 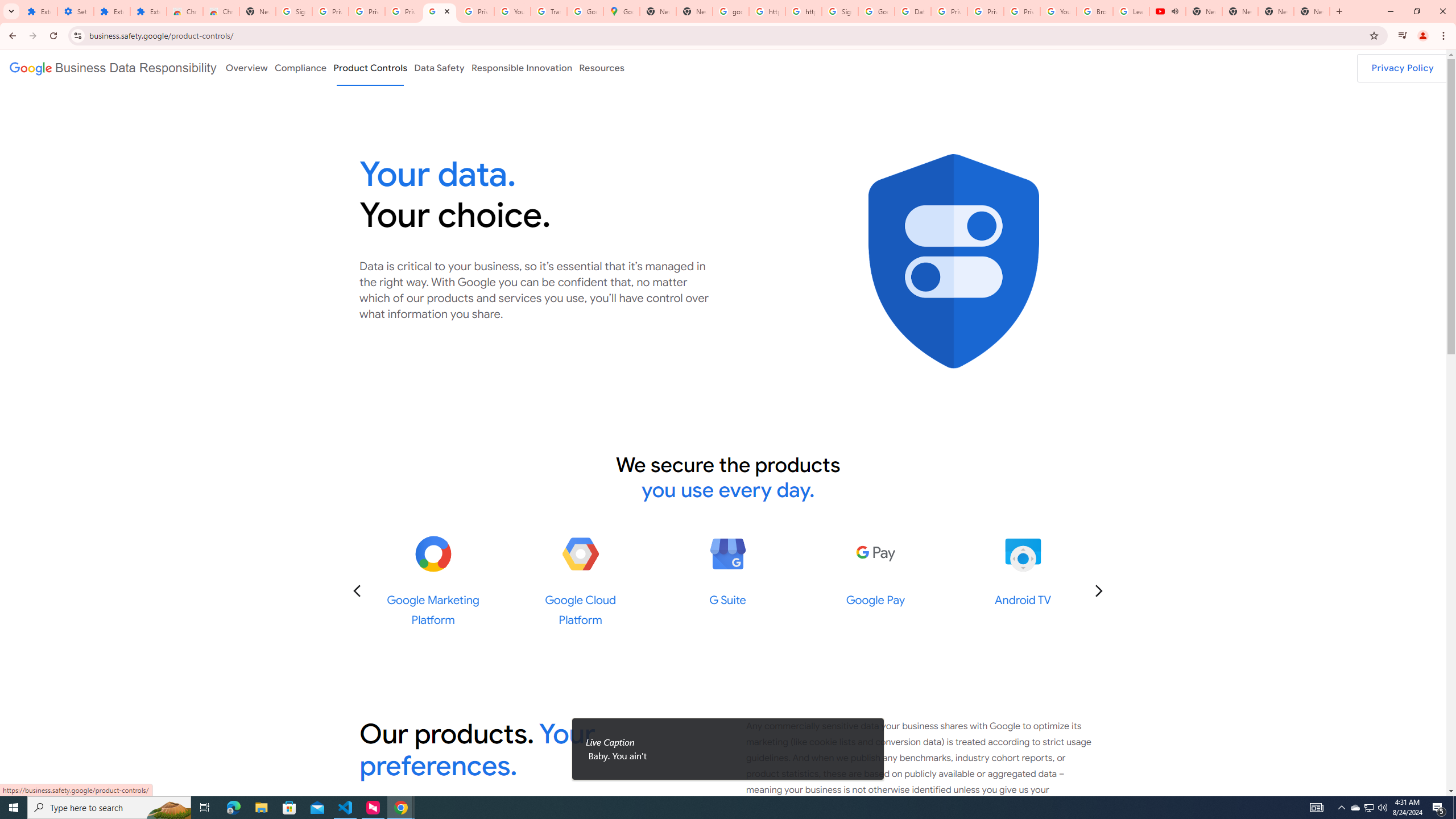 What do you see at coordinates (1022, 553) in the screenshot?
I see `'Android TV'` at bounding box center [1022, 553].